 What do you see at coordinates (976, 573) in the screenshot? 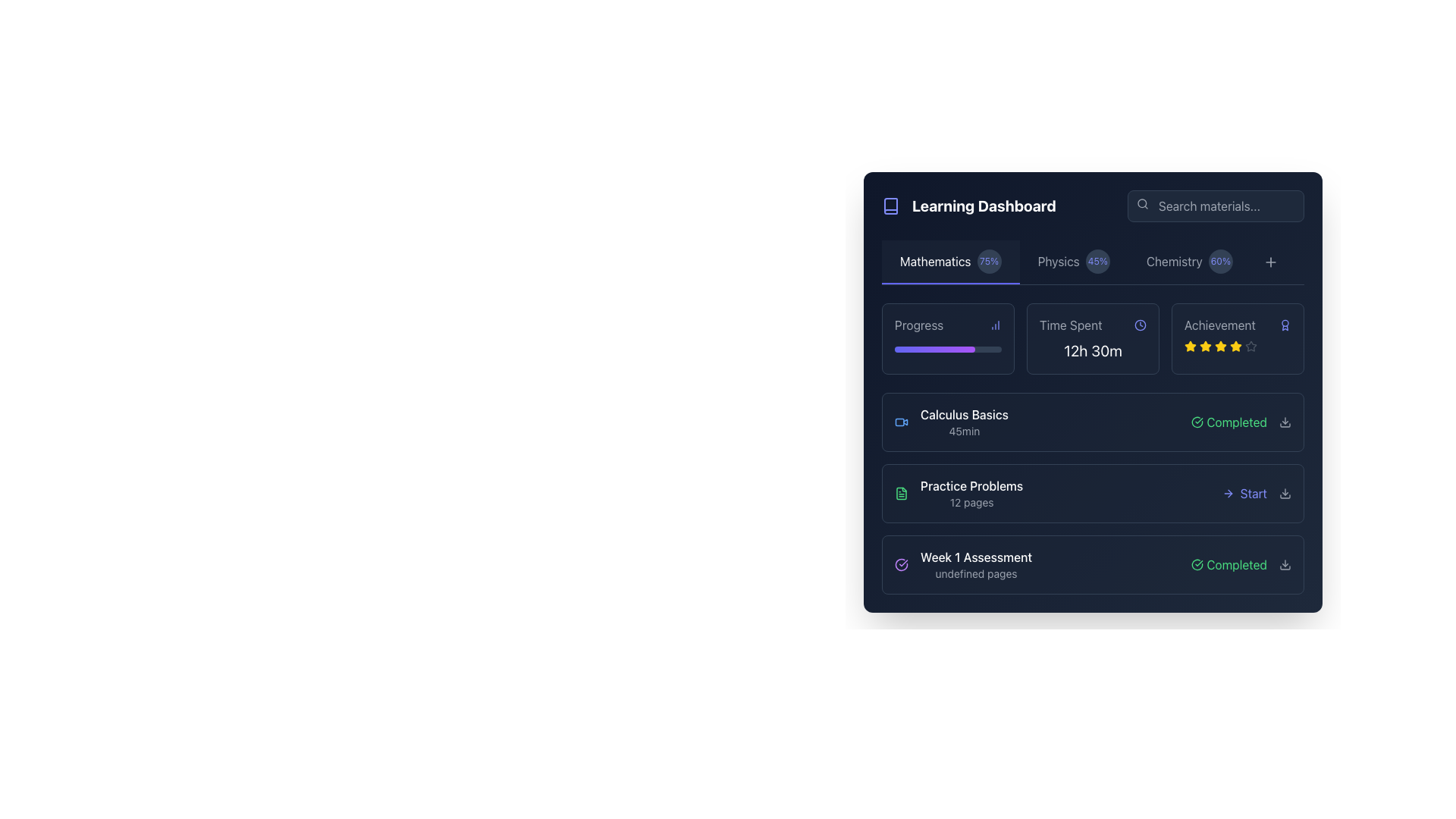
I see `information provided by the Text label positioned directly beneath the 'Week 1 Assessment' section` at bounding box center [976, 573].